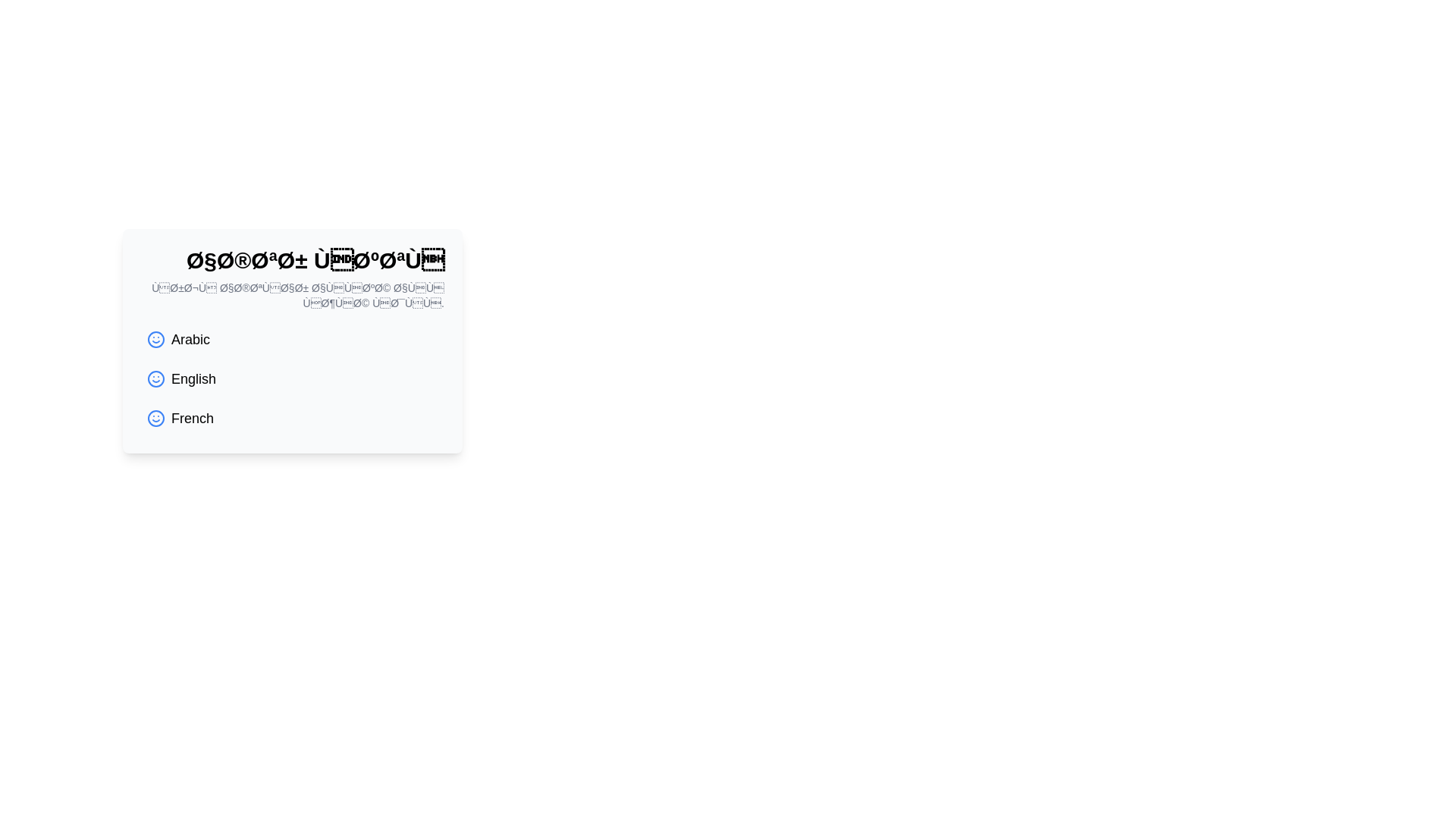 The height and width of the screenshot is (819, 1456). I want to click on descriptive text element that provides guidance about language preference selection, located directly beneath the header, so click(292, 295).